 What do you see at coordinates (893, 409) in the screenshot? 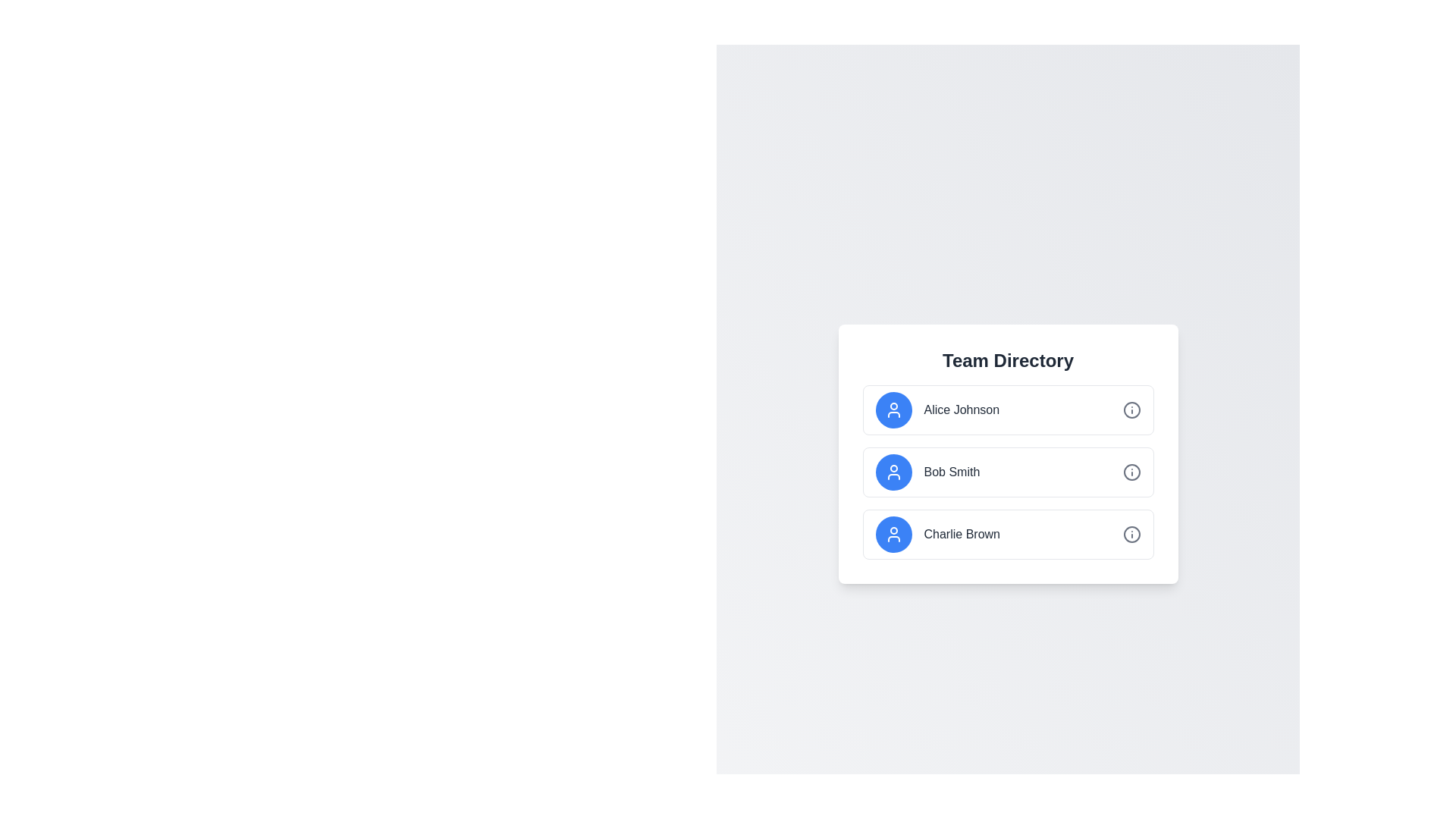
I see `the profile icon representing 'Alice Johnson', which is located as the leftmost part of the first row in the team directory list` at bounding box center [893, 409].